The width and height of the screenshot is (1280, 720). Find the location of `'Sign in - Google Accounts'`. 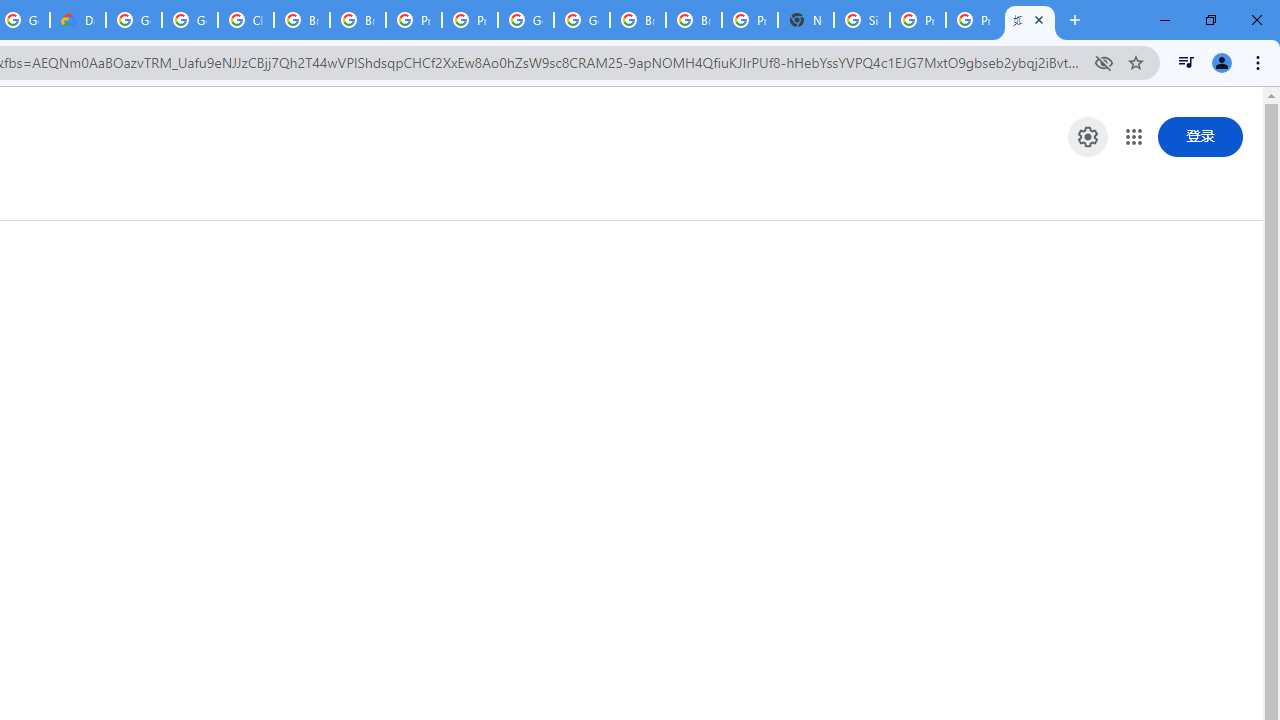

'Sign in - Google Accounts' is located at coordinates (862, 20).